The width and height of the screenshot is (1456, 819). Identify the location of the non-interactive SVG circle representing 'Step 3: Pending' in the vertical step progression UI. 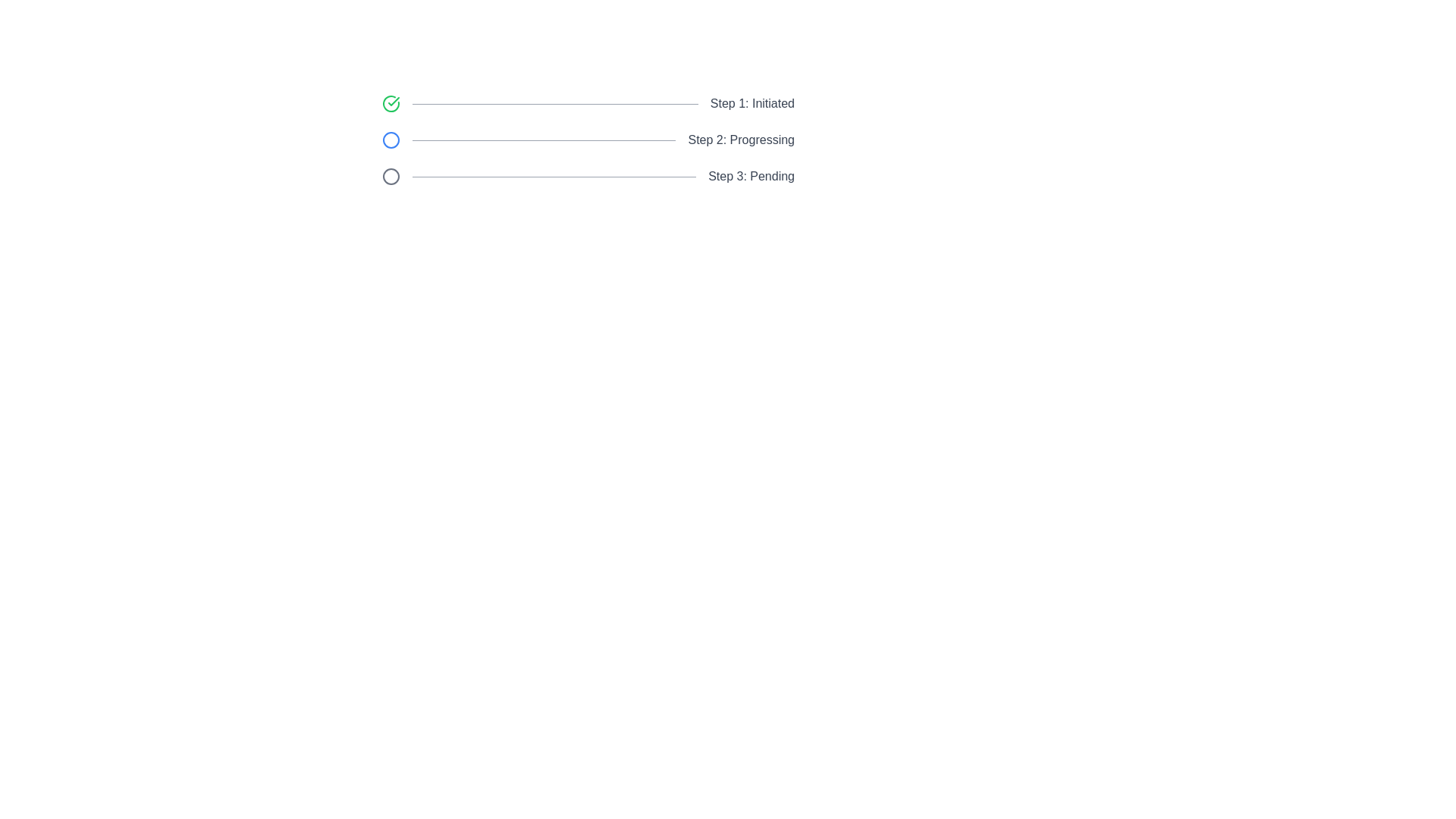
(391, 175).